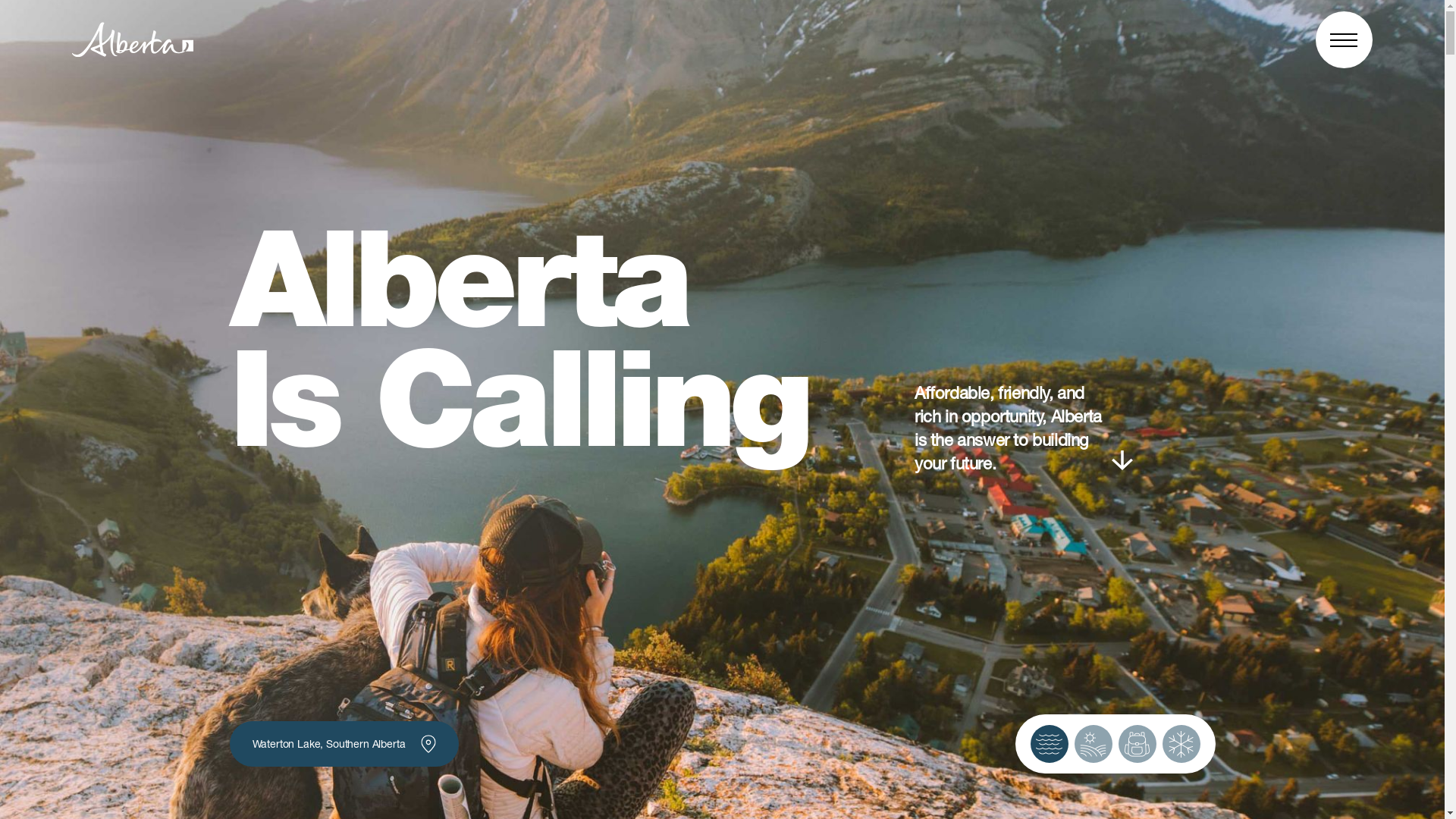 The width and height of the screenshot is (1456, 819). What do you see at coordinates (1092, 742) in the screenshot?
I see `'Toggle Summer Image'` at bounding box center [1092, 742].